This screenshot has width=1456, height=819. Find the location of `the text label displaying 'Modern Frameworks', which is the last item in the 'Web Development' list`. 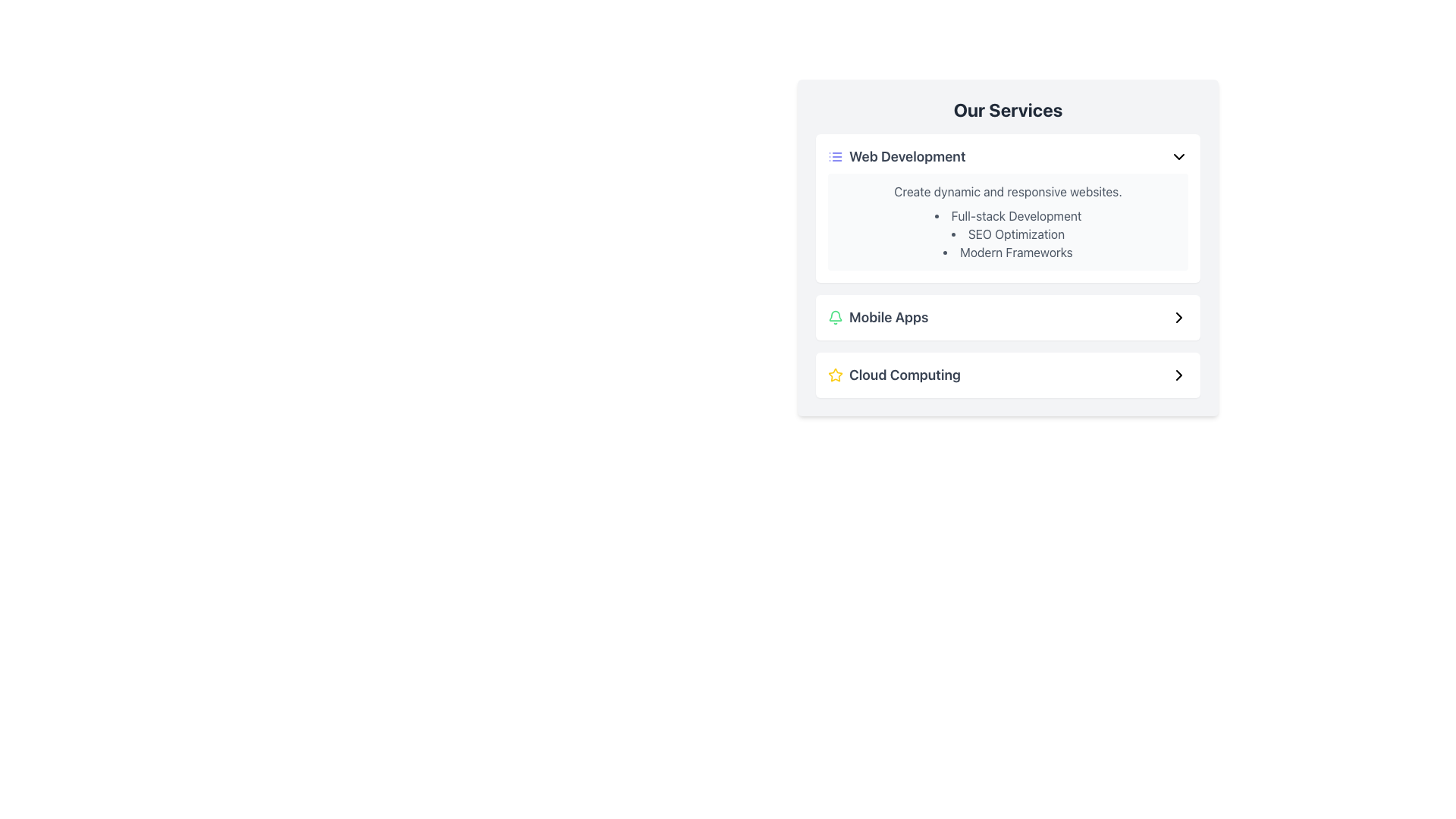

the text label displaying 'Modern Frameworks', which is the last item in the 'Web Development' list is located at coordinates (1008, 251).